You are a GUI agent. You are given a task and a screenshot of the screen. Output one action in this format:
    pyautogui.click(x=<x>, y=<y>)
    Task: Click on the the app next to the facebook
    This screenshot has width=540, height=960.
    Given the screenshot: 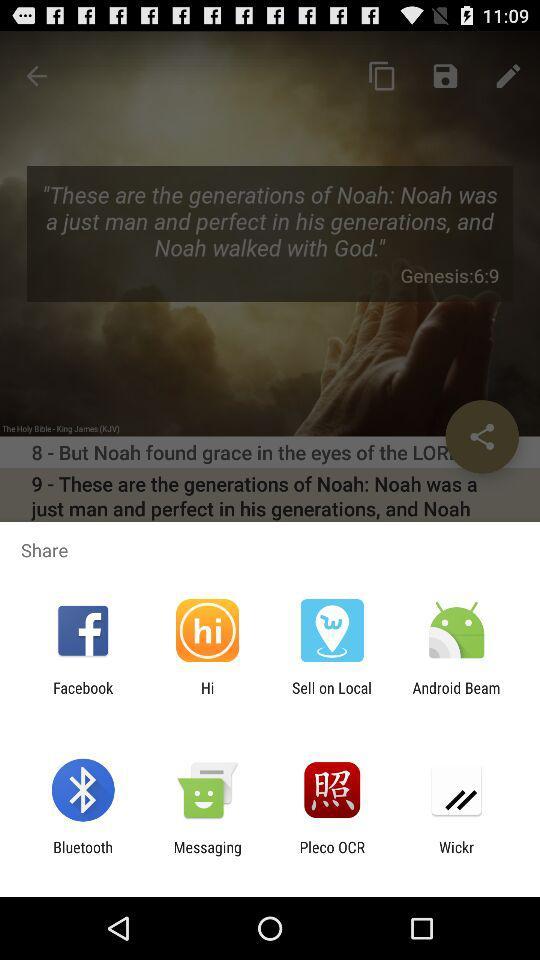 What is the action you would take?
    pyautogui.click(x=206, y=696)
    